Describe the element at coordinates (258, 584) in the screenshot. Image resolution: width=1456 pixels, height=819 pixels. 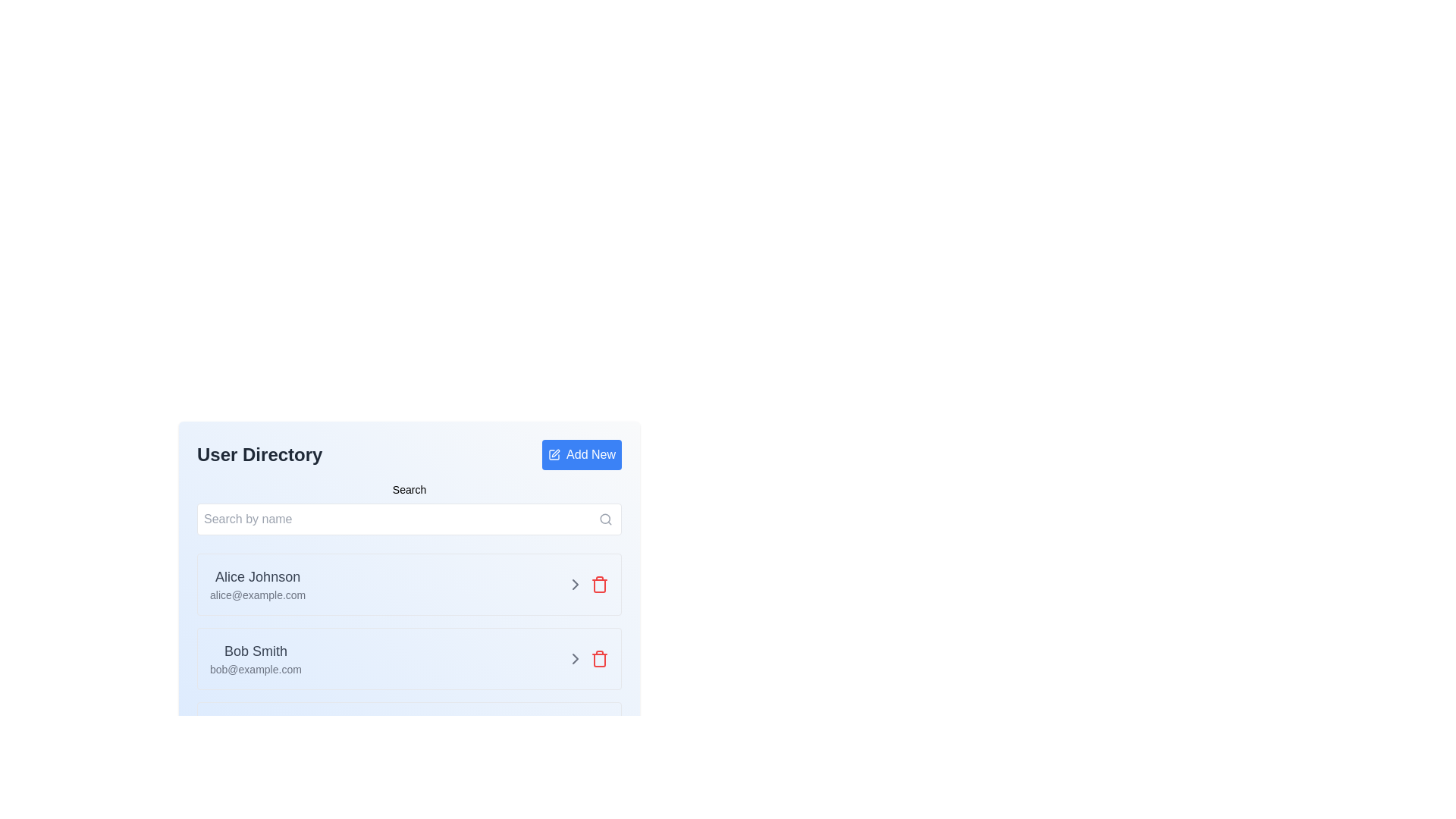
I see `displayed information of the text block containing the name 'Alice Johnson' and email 'alice@example.com', located in the 'User Directory' section under the 'Search by name' input field` at that location.